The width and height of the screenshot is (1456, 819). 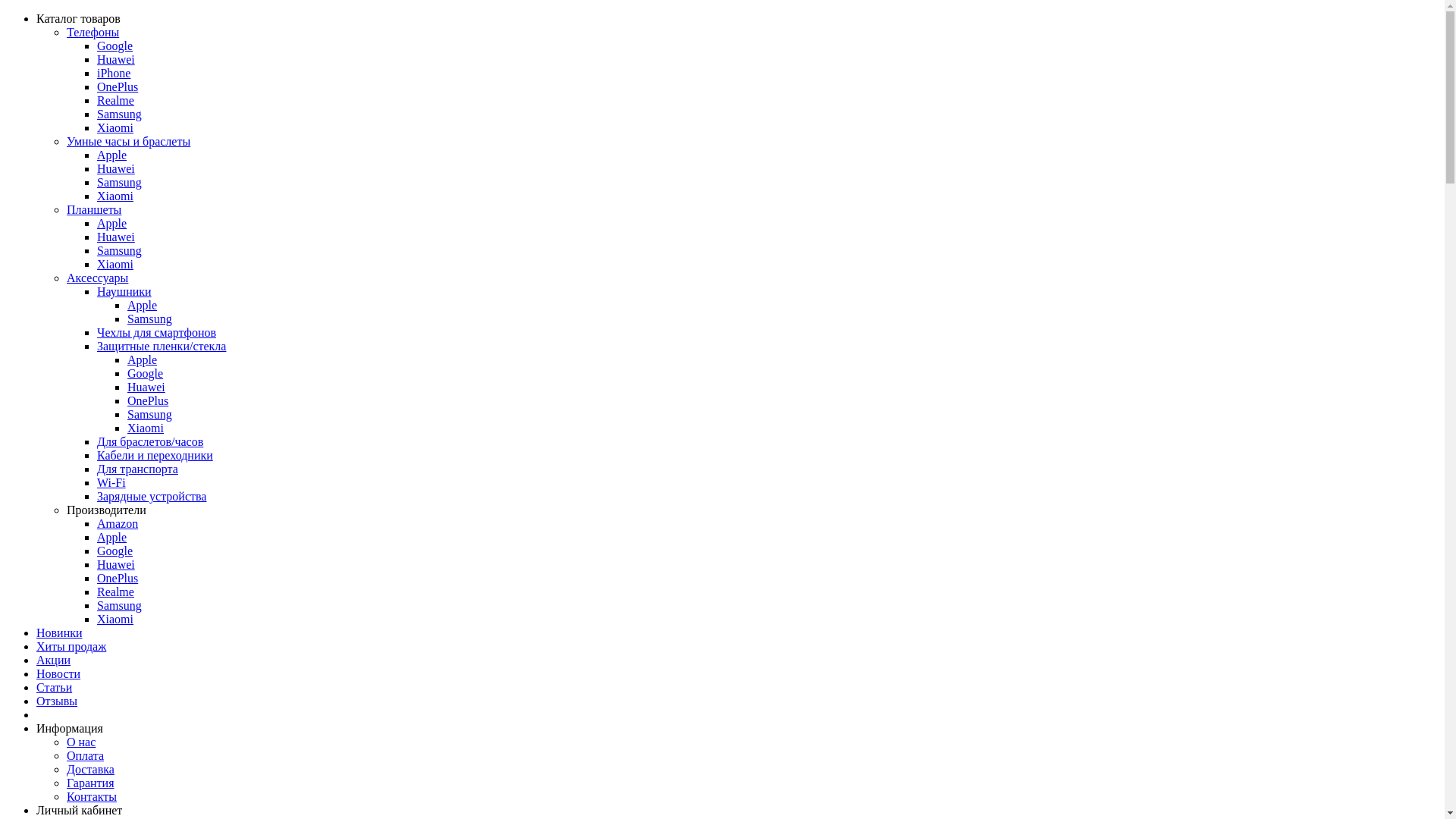 What do you see at coordinates (118, 181) in the screenshot?
I see `'Samsung'` at bounding box center [118, 181].